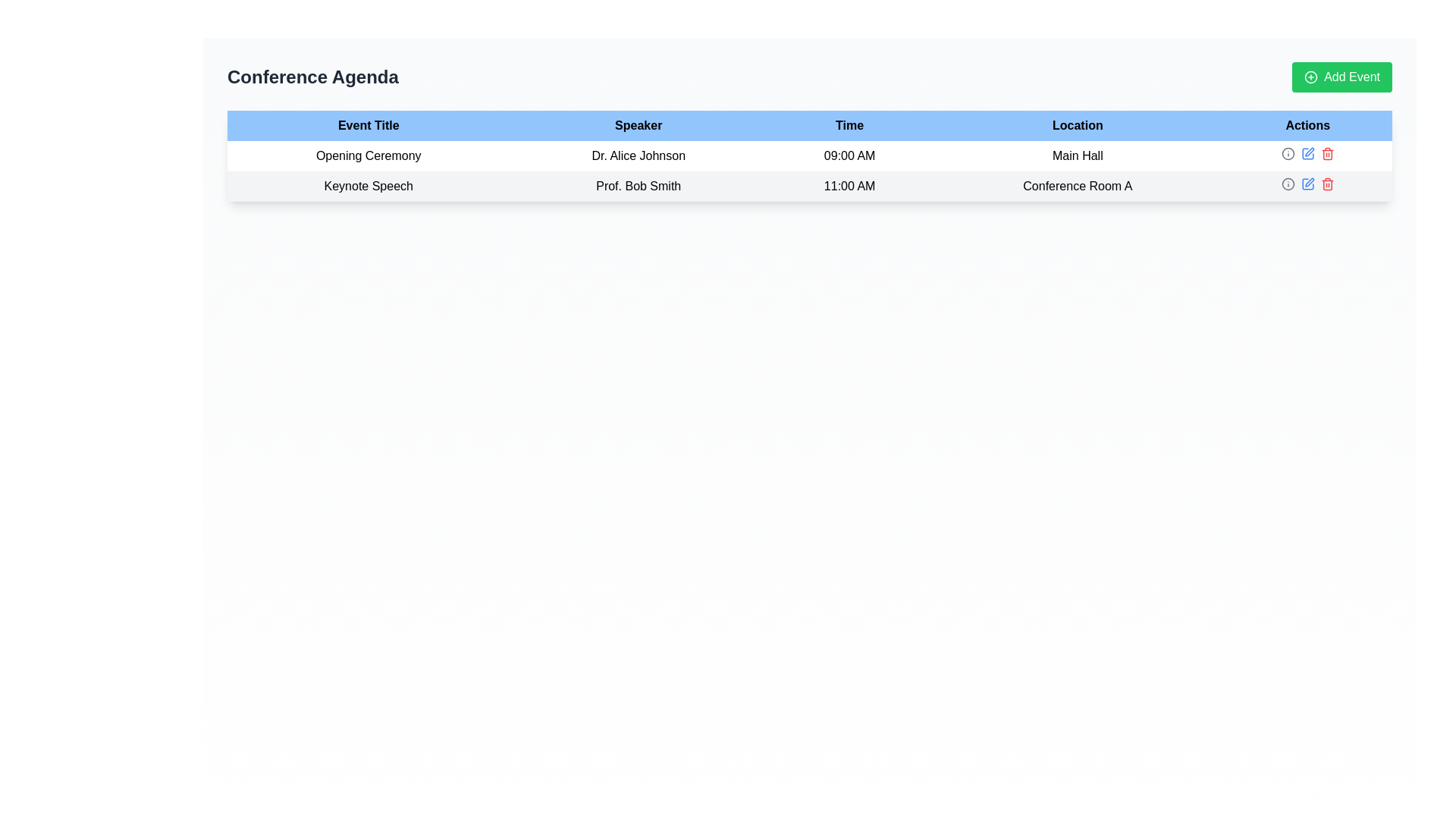 This screenshot has height=819, width=1456. I want to click on the horizontally arranged group of three interactive buttons/icons in the 'Actions' column of the first row, so click(1307, 154).